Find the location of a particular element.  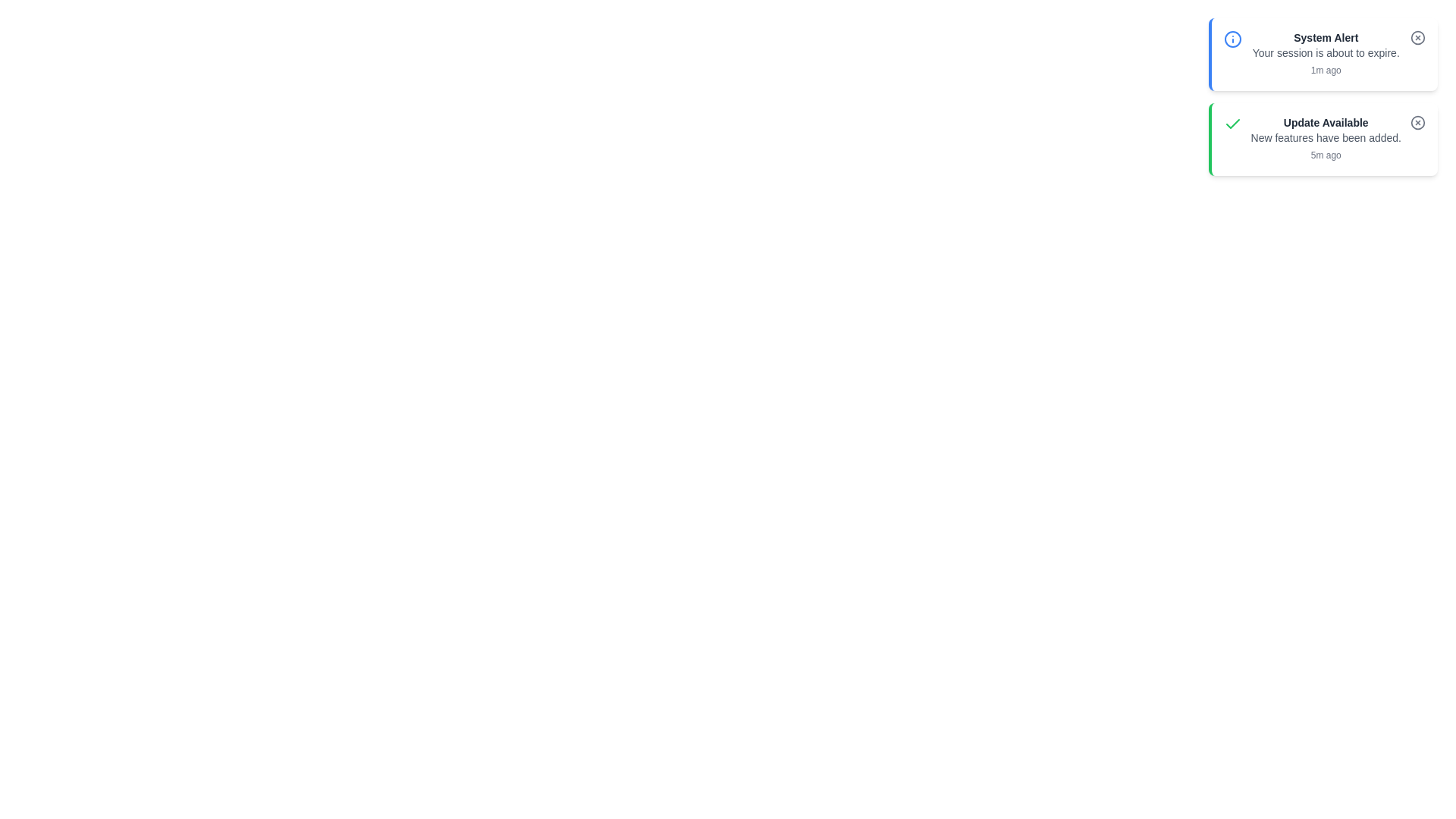

the title of the notification to read it is located at coordinates (1325, 37).